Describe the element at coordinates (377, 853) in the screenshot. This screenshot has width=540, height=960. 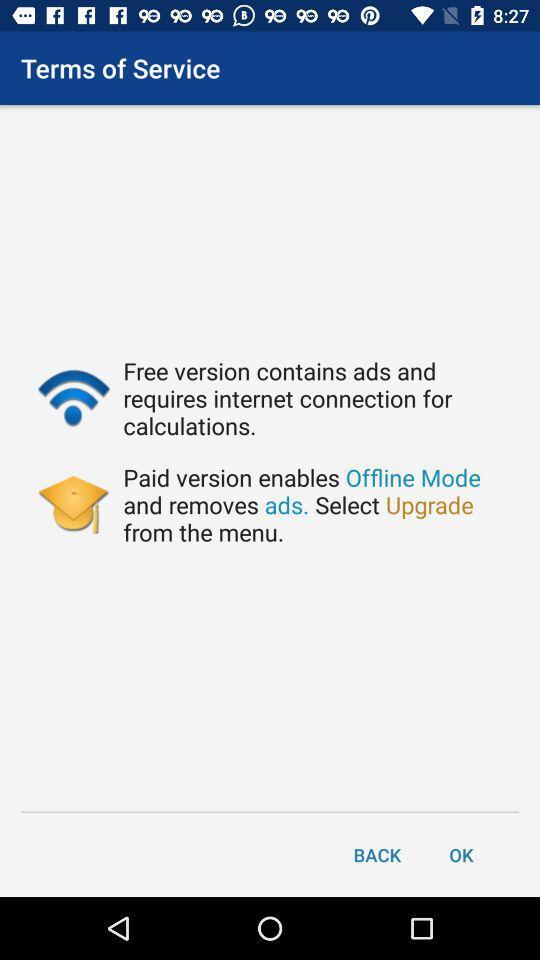
I see `the back item` at that location.